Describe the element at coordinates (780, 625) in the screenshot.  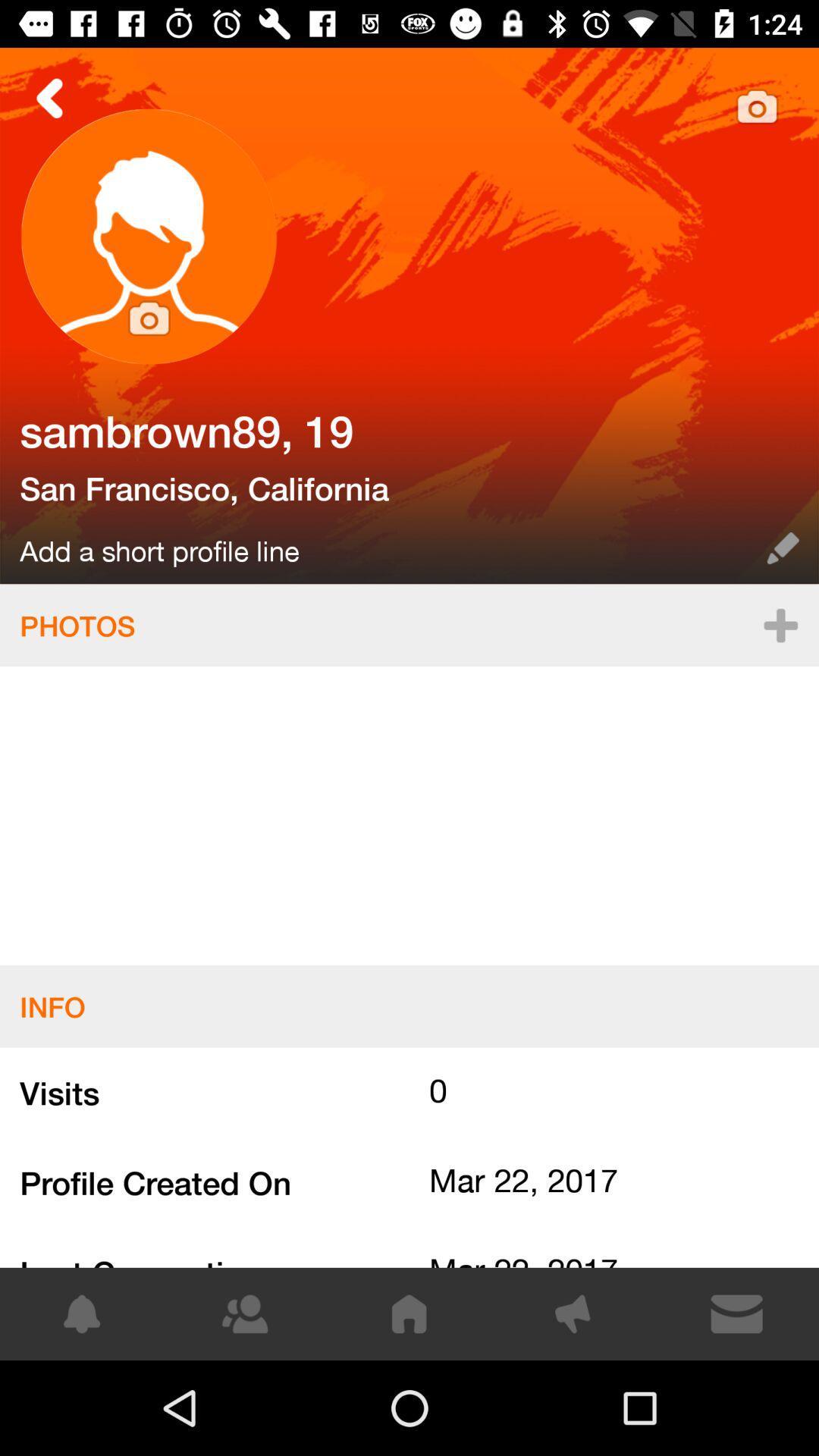
I see `icon next to photos` at that location.